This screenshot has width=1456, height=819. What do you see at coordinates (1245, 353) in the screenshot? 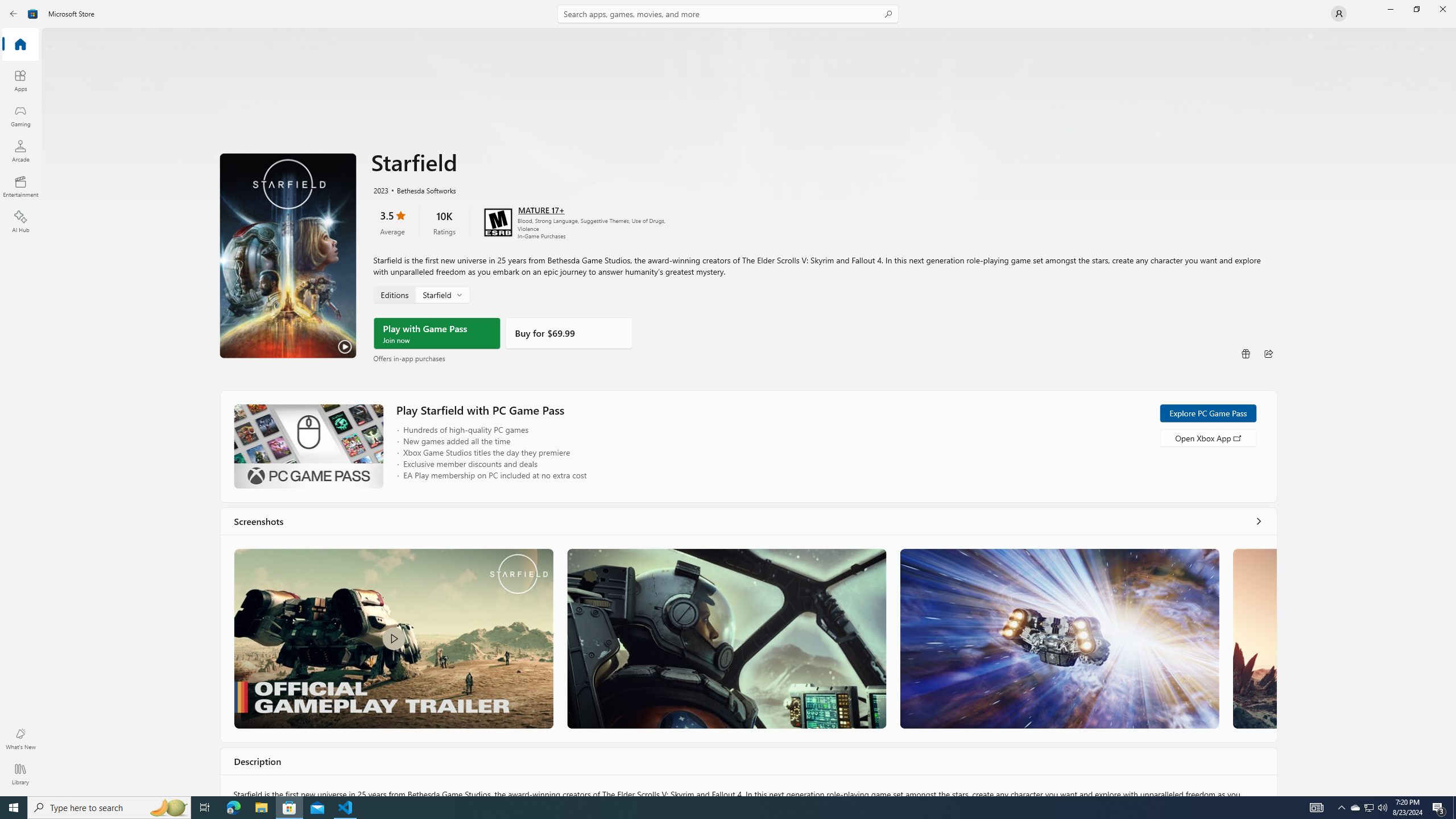
I see `'Buy as gift'` at bounding box center [1245, 353].